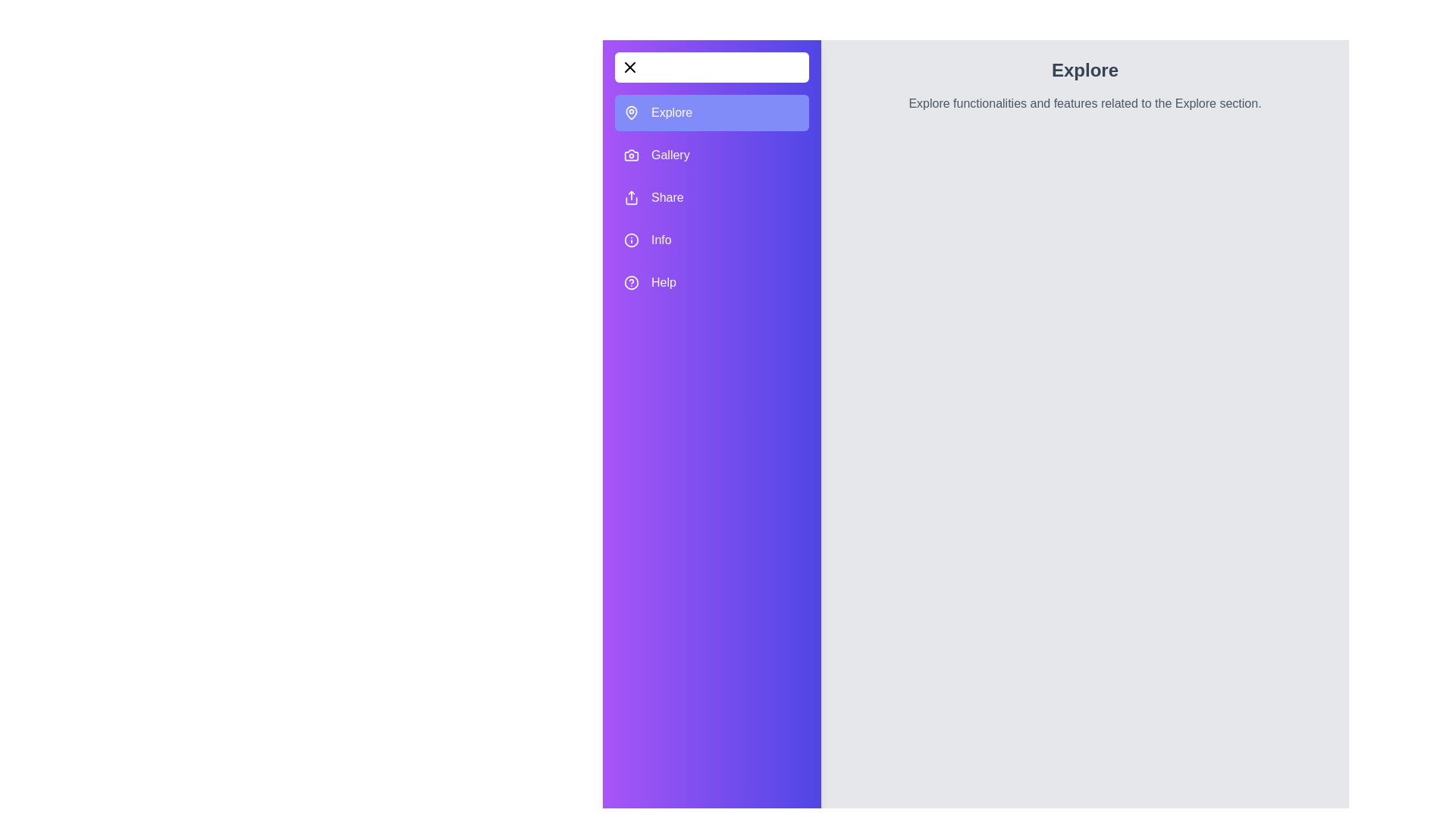 This screenshot has height=819, width=1456. I want to click on the tab labeled Help in the navigation drawer, so click(711, 283).